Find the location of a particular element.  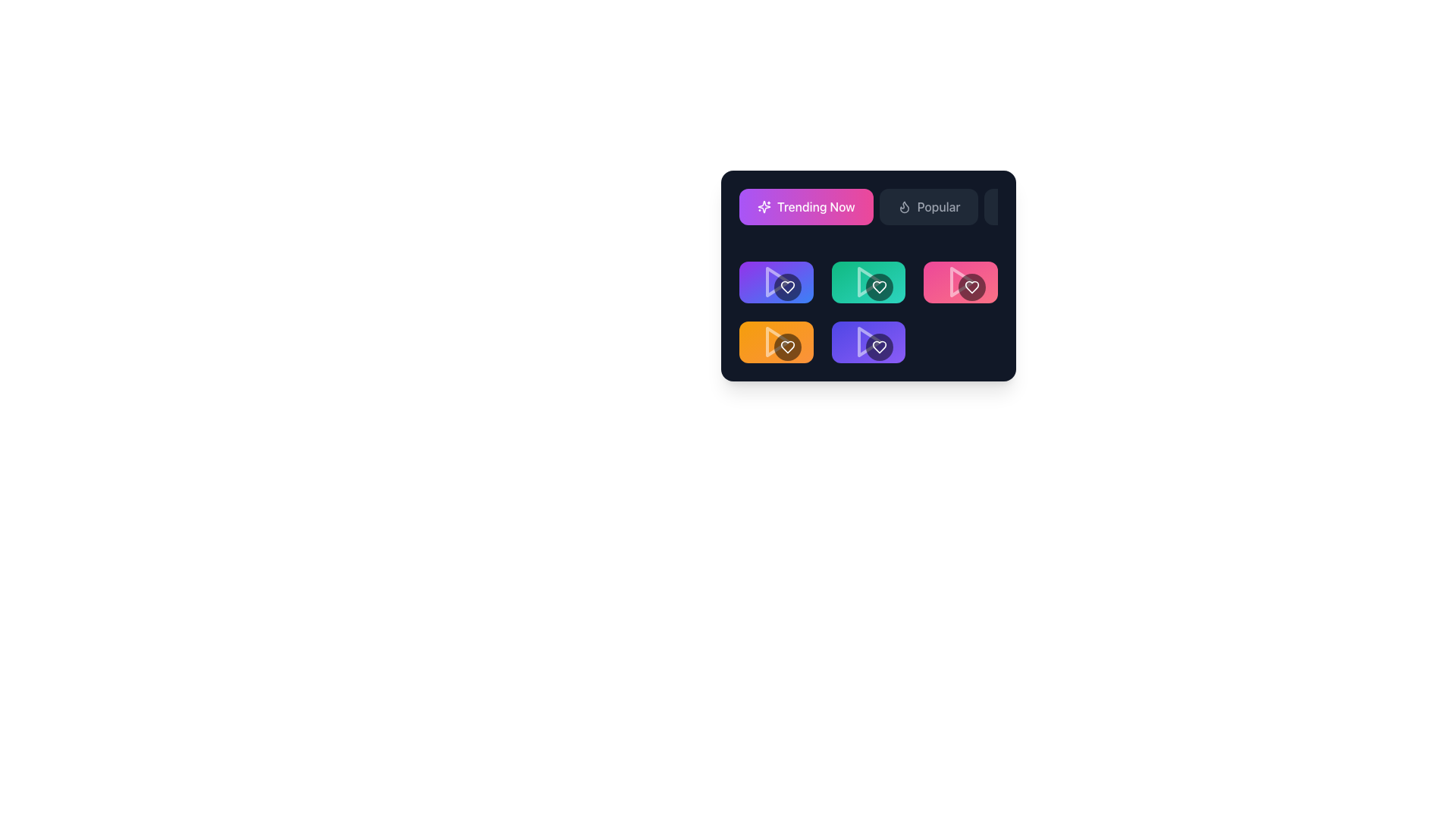

the media selection tile located in the second row and second column of the grid layout, which features a play icon and a heart icon is located at coordinates (868, 291).